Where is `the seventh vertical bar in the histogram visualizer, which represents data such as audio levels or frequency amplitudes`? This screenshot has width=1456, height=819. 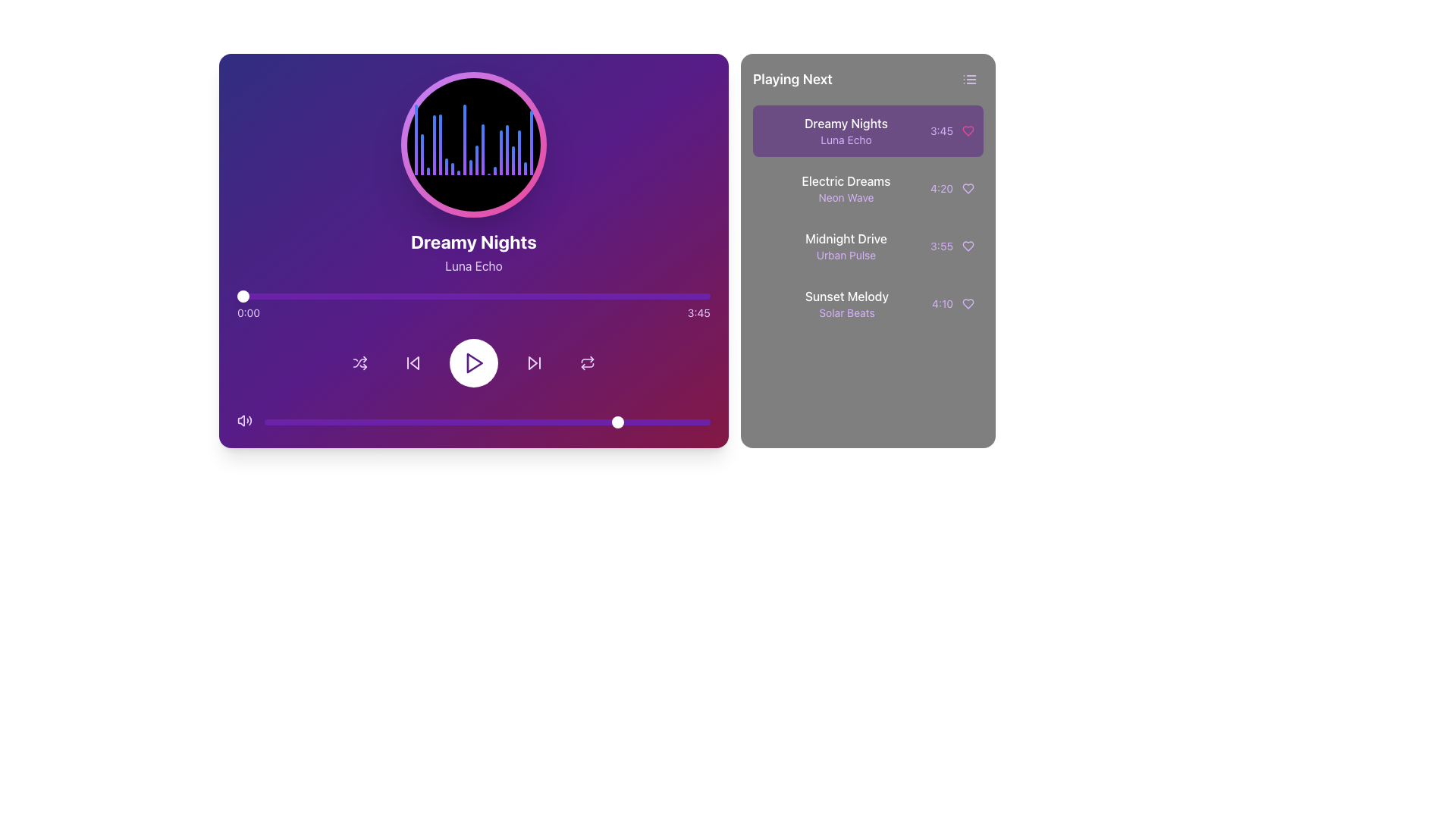 the seventh vertical bar in the histogram visualizer, which represents data such as audio levels or frequency amplitudes is located at coordinates (451, 168).